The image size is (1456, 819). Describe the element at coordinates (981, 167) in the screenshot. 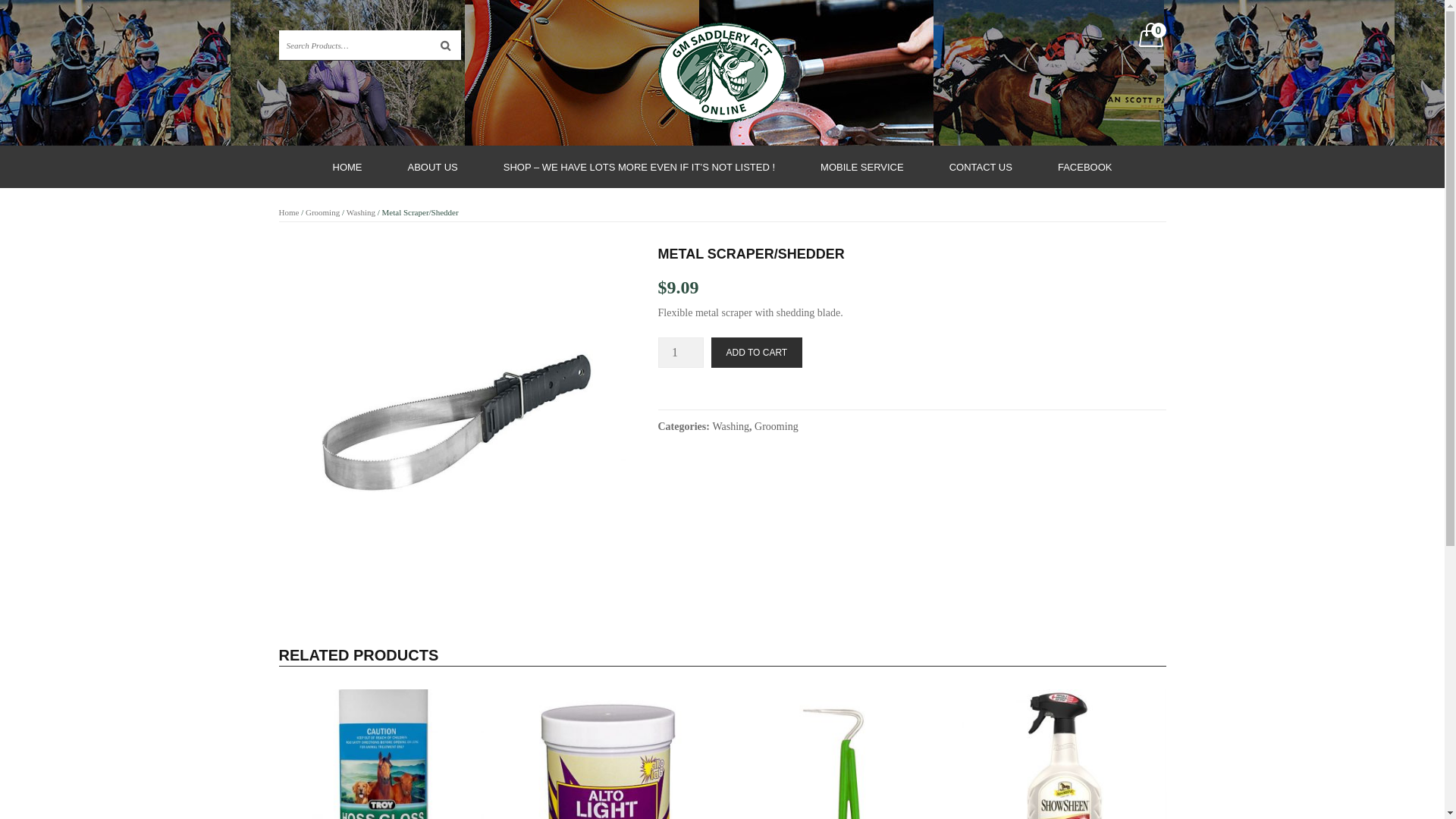

I see `'CONTACT US'` at that location.